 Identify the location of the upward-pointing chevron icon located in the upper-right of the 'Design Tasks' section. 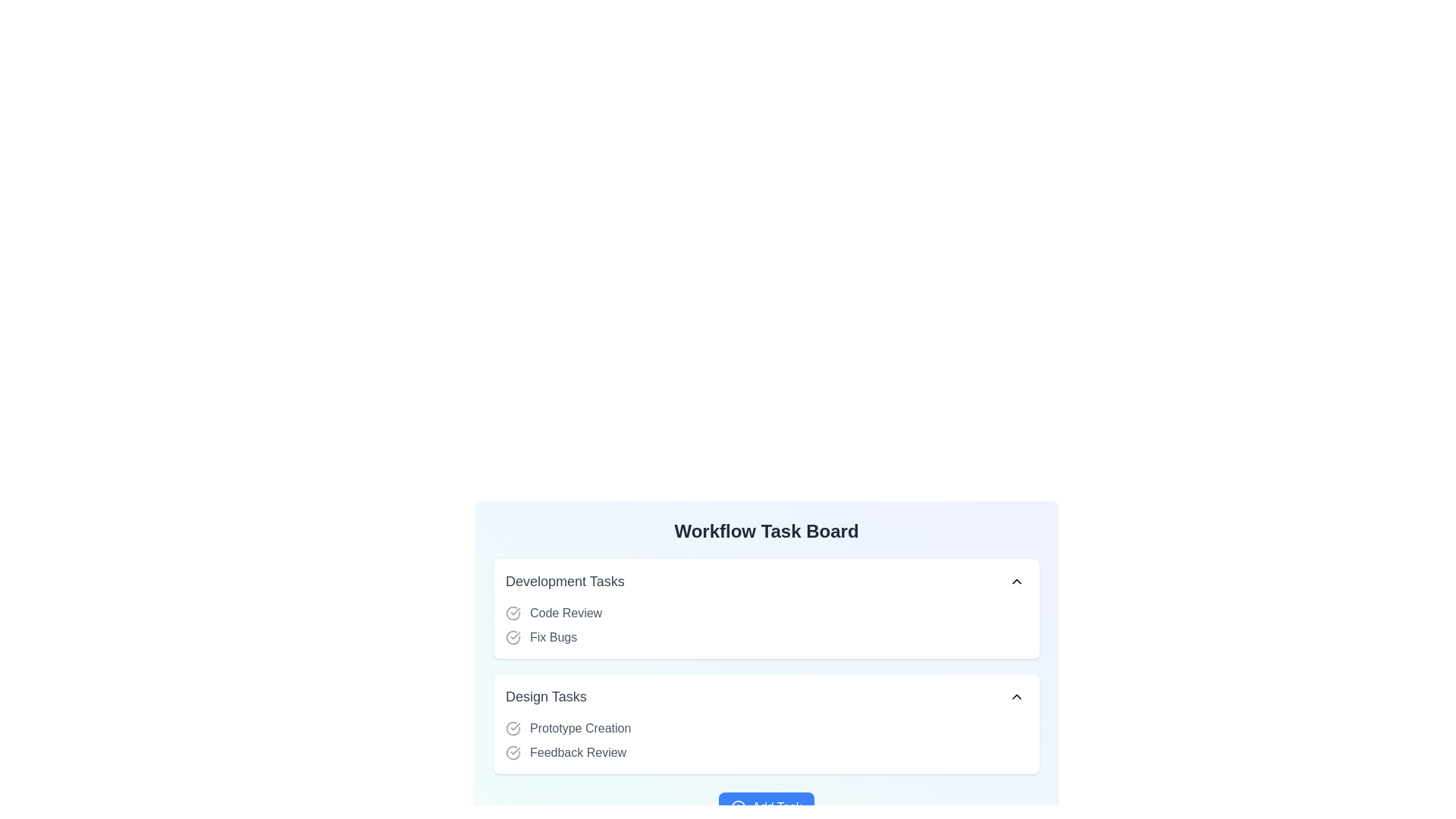
(1016, 696).